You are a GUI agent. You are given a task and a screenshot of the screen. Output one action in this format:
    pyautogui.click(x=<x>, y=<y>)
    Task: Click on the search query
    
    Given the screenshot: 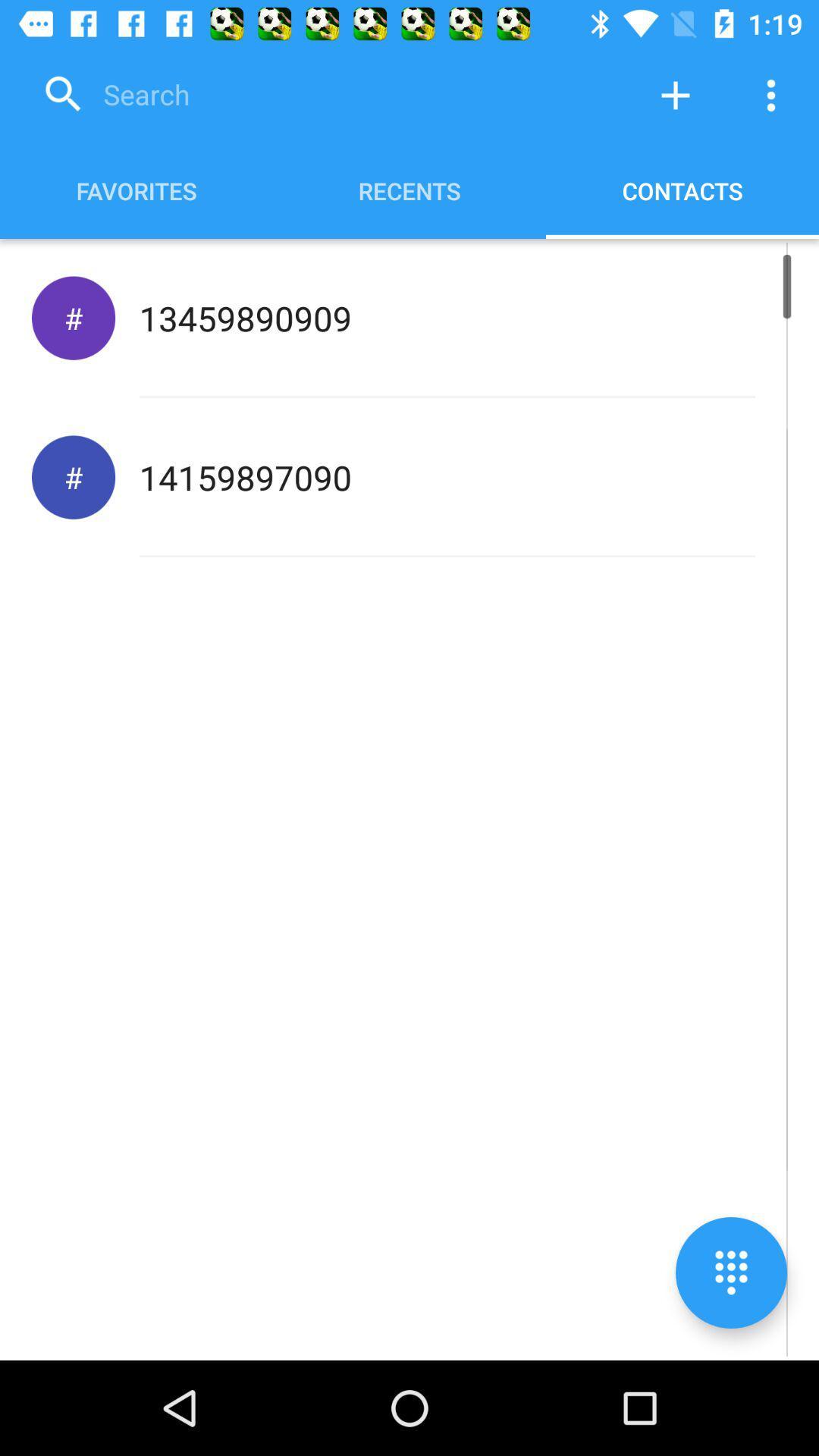 What is the action you would take?
    pyautogui.click(x=329, y=94)
    